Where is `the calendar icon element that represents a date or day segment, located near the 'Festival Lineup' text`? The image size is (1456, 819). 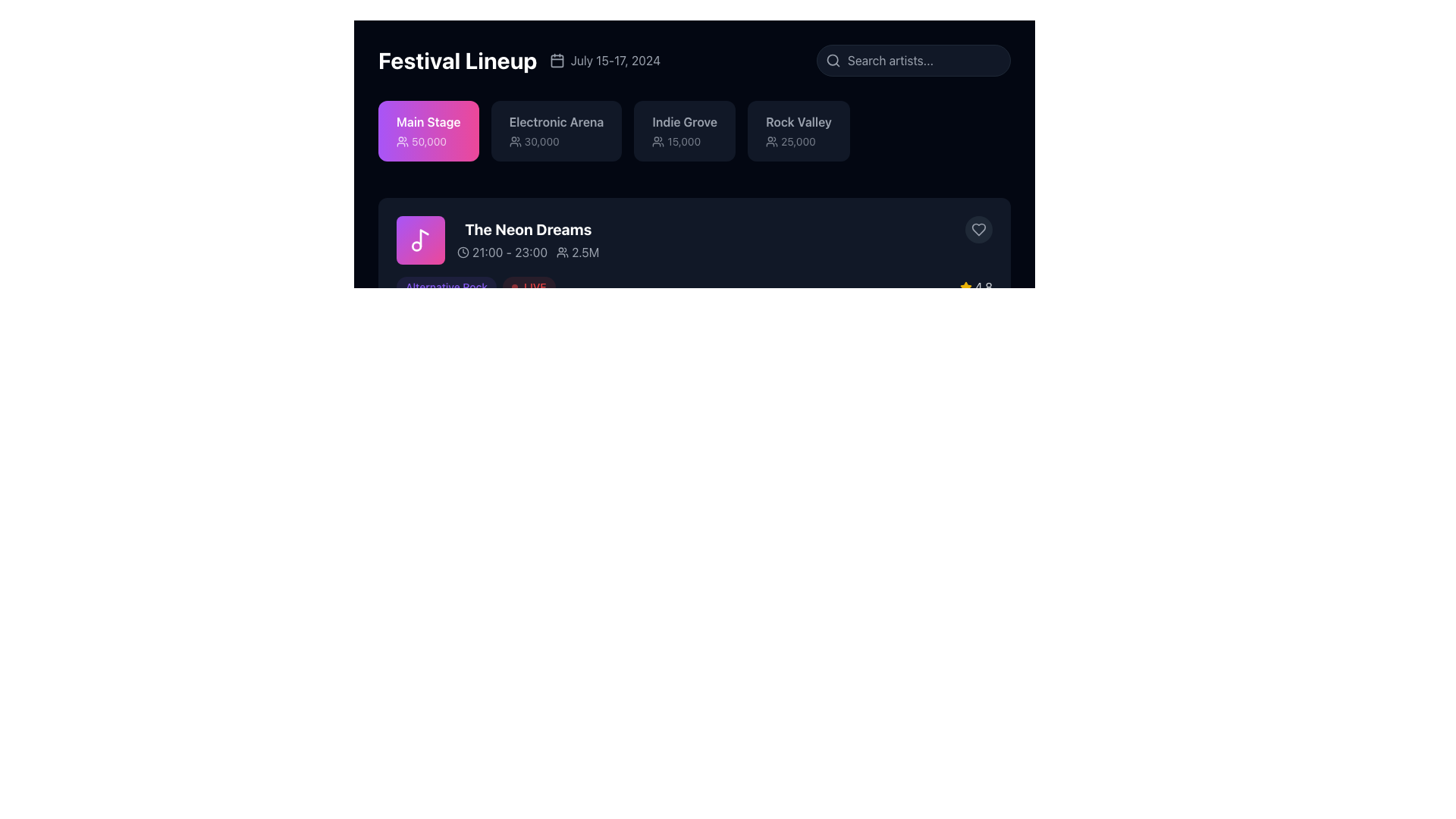 the calendar icon element that represents a date or day segment, located near the 'Festival Lineup' text is located at coordinates (556, 60).